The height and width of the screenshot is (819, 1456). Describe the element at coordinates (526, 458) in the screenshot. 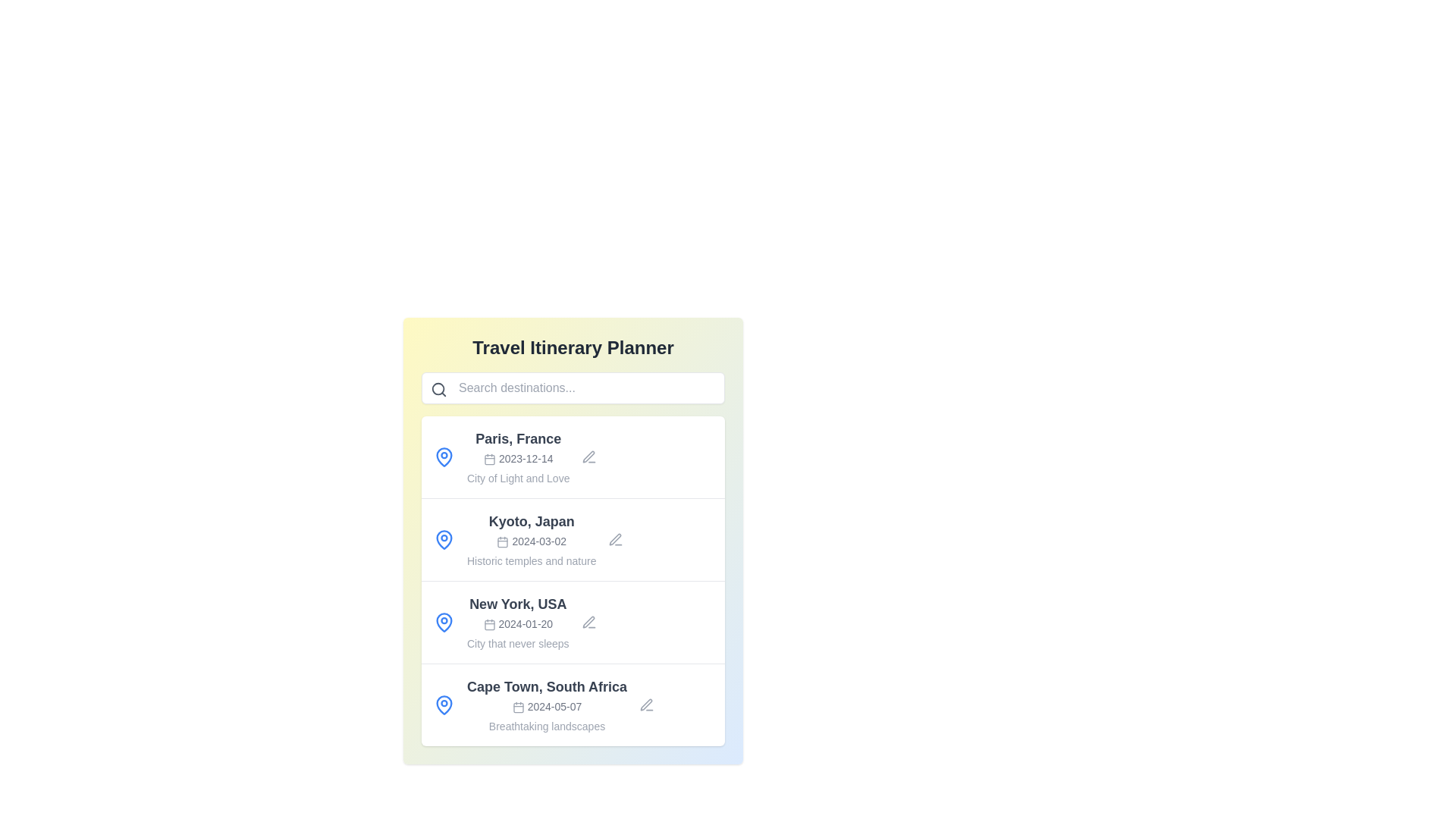

I see `the text label displaying '2023-12-14', which is located next to a calendar icon and beneath the title 'Paris, France'` at that location.